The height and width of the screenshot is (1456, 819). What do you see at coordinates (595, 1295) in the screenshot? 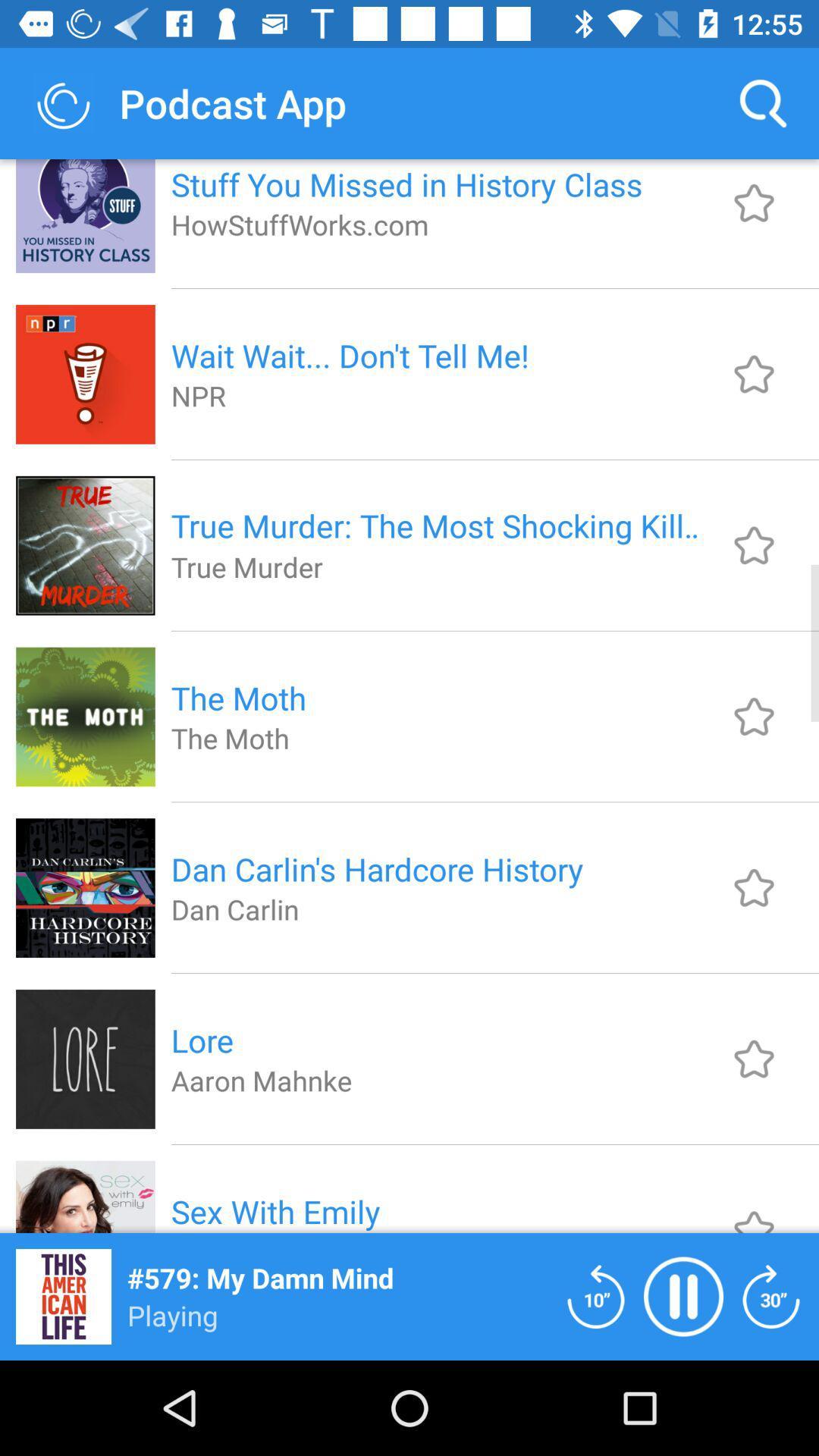
I see `go back` at bounding box center [595, 1295].